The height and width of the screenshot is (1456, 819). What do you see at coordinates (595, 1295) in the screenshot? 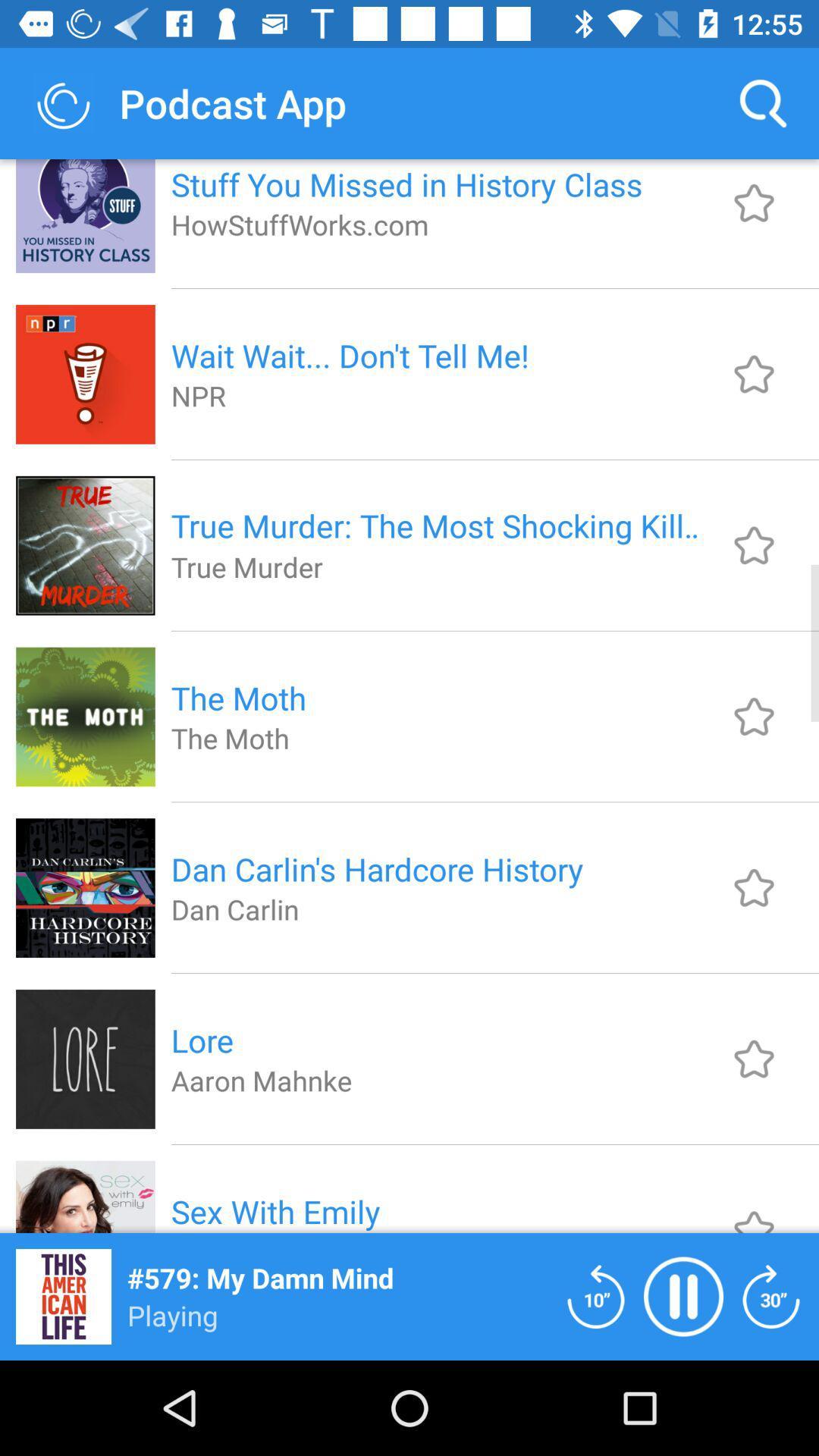
I see `go back` at bounding box center [595, 1295].